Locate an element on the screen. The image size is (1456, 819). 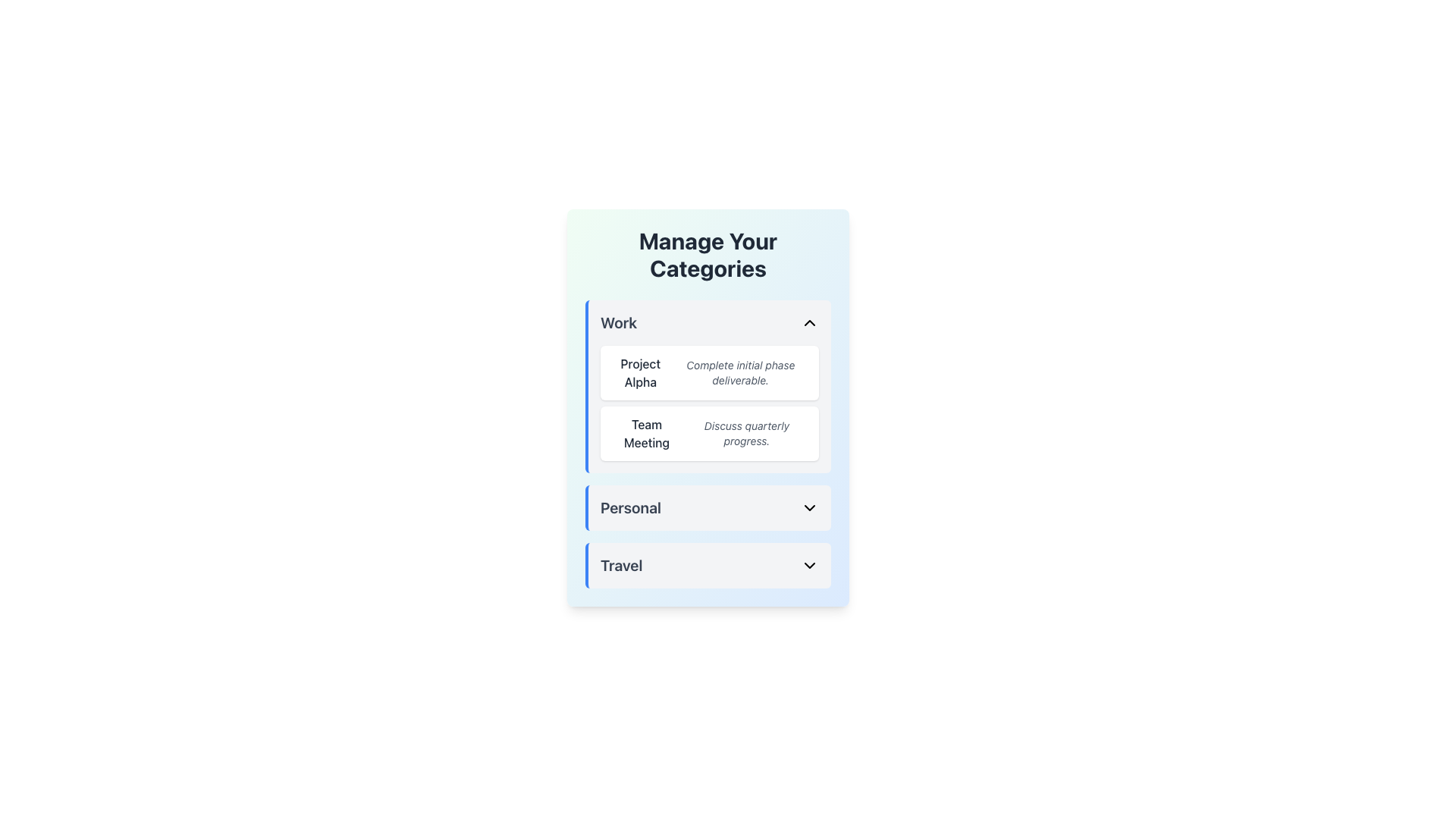
the text label 'Project Alpha' which is styled with a grayish-black font and is positioned within a white rounded box, located to the left of the descriptive text 'Complete initial phase deliverable.' is located at coordinates (640, 373).